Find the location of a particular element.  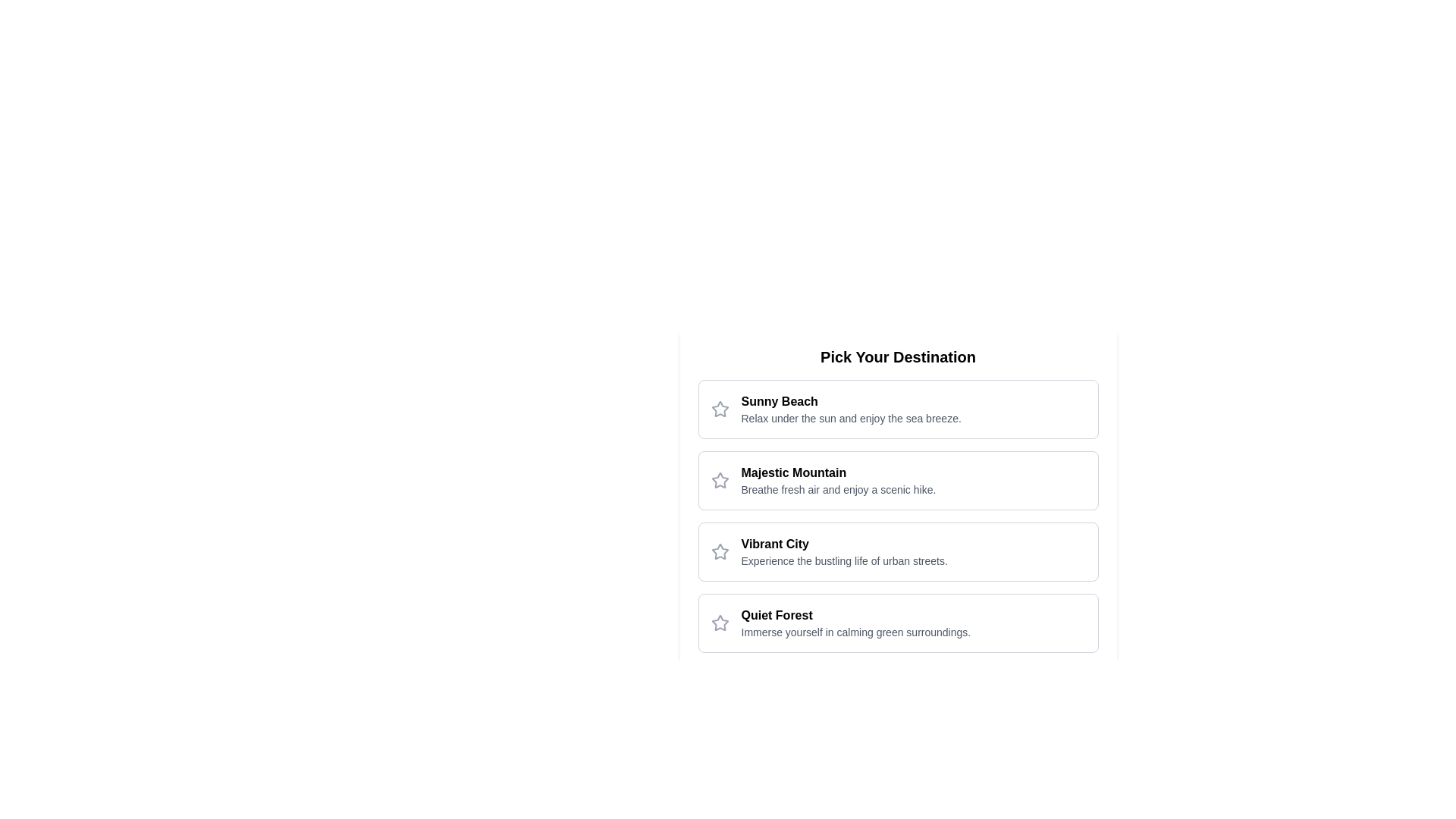

the star icon located to the left of the text content in the 'Quiet Forest' list item is located at coordinates (719, 623).